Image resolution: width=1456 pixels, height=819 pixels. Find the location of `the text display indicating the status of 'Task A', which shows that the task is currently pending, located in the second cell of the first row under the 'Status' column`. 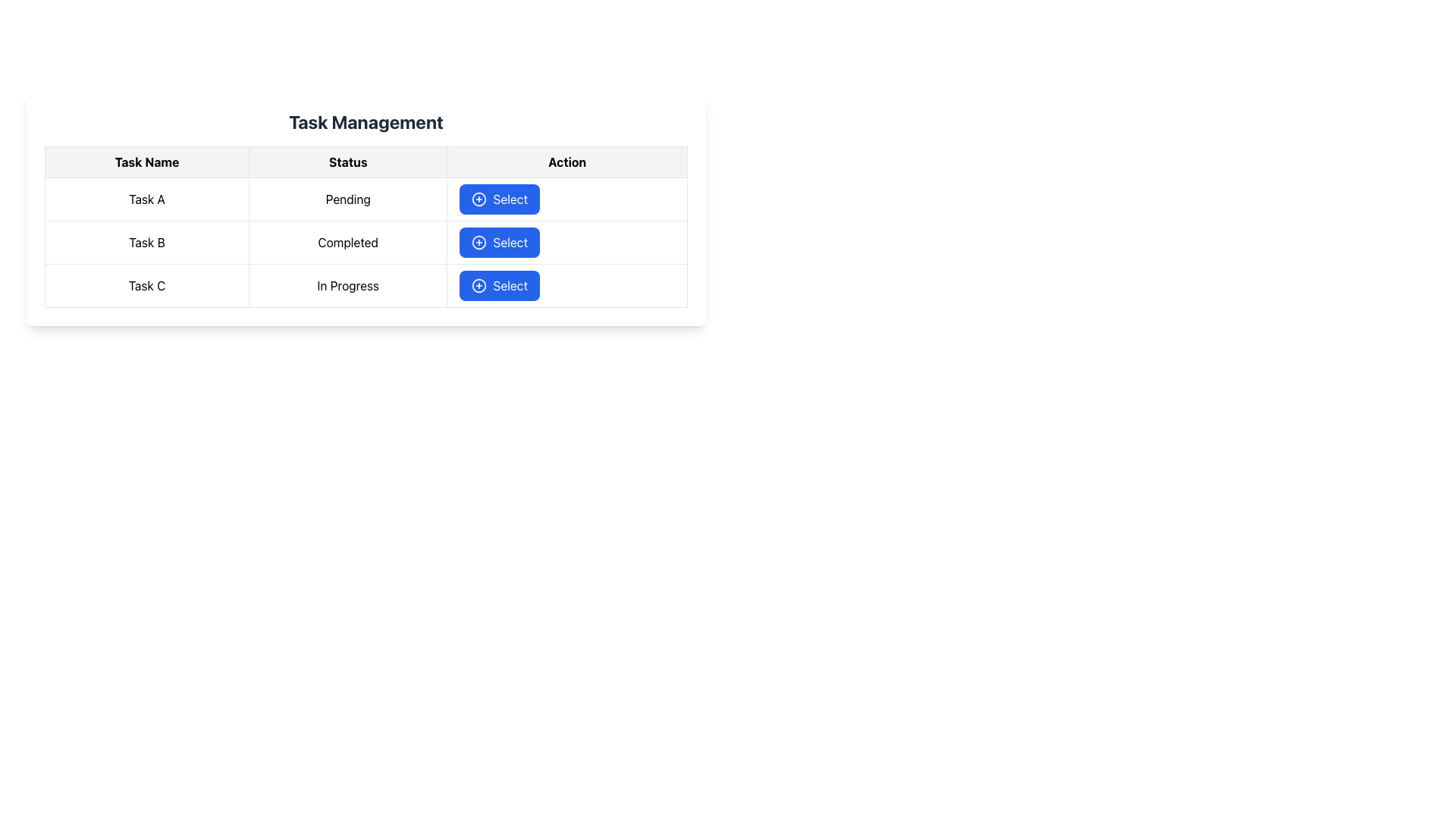

the text display indicating the status of 'Task A', which shows that the task is currently pending, located in the second cell of the first row under the 'Status' column is located at coordinates (347, 198).